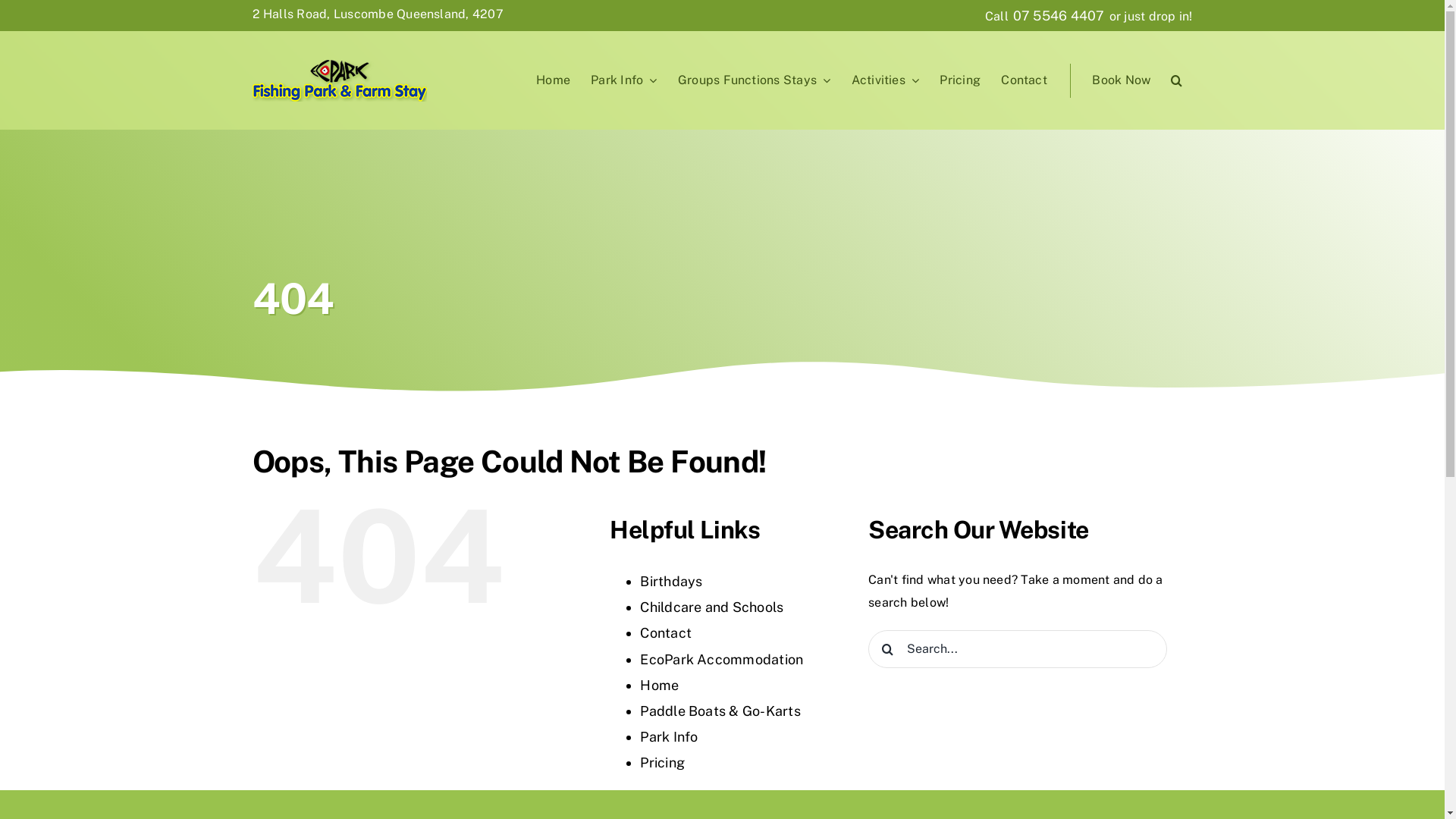 This screenshot has width=1456, height=819. I want to click on 'Groups Functions Stays', so click(667, 80).